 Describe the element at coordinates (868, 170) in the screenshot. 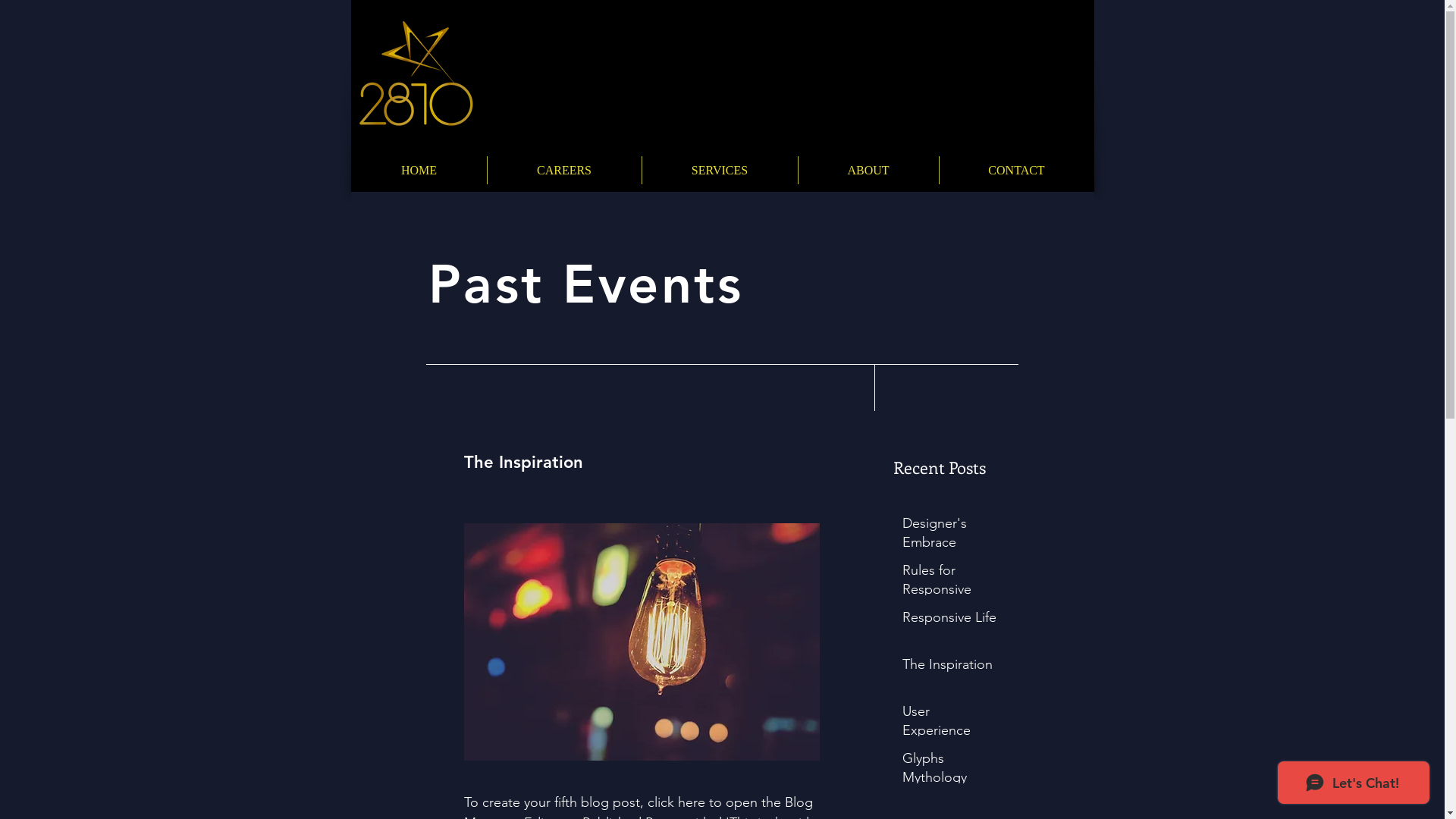

I see `'ABOUT'` at that location.